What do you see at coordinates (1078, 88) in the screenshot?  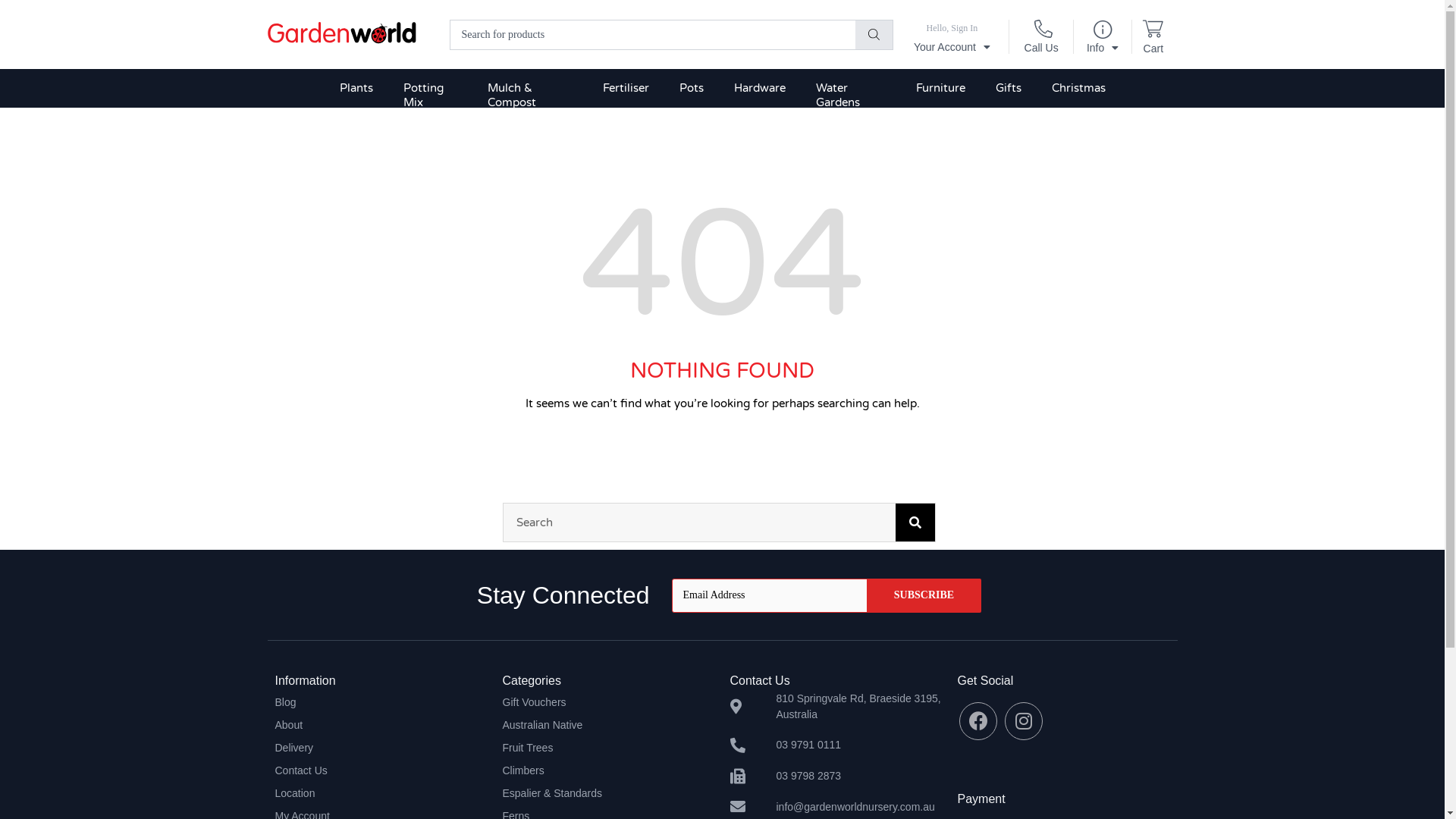 I see `'Christmas'` at bounding box center [1078, 88].